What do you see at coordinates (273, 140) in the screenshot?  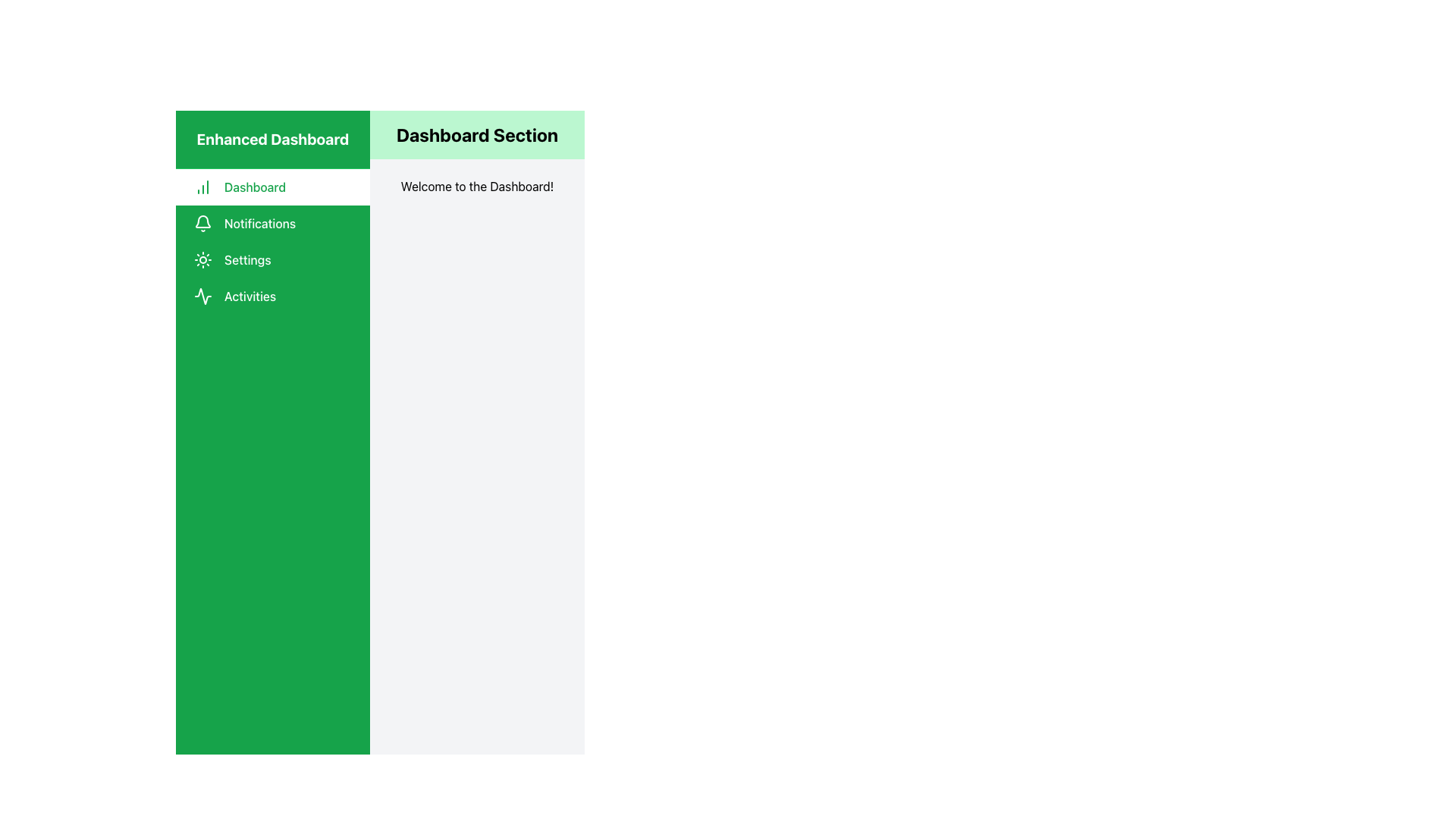 I see `the bold, large text label 'Enhanced Dashboard' located at the top of the left sidebar with a green background` at bounding box center [273, 140].